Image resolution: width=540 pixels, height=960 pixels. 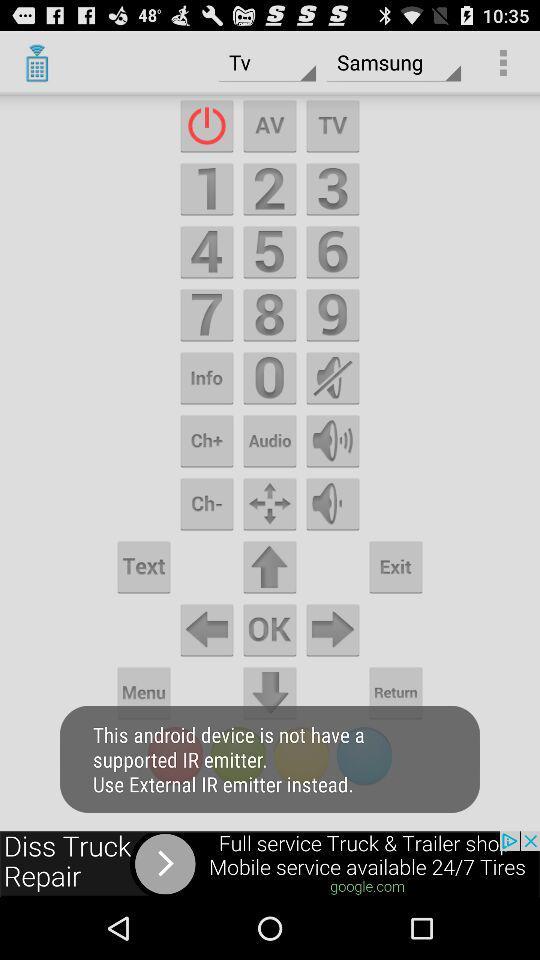 I want to click on the font icon, so click(x=270, y=133).